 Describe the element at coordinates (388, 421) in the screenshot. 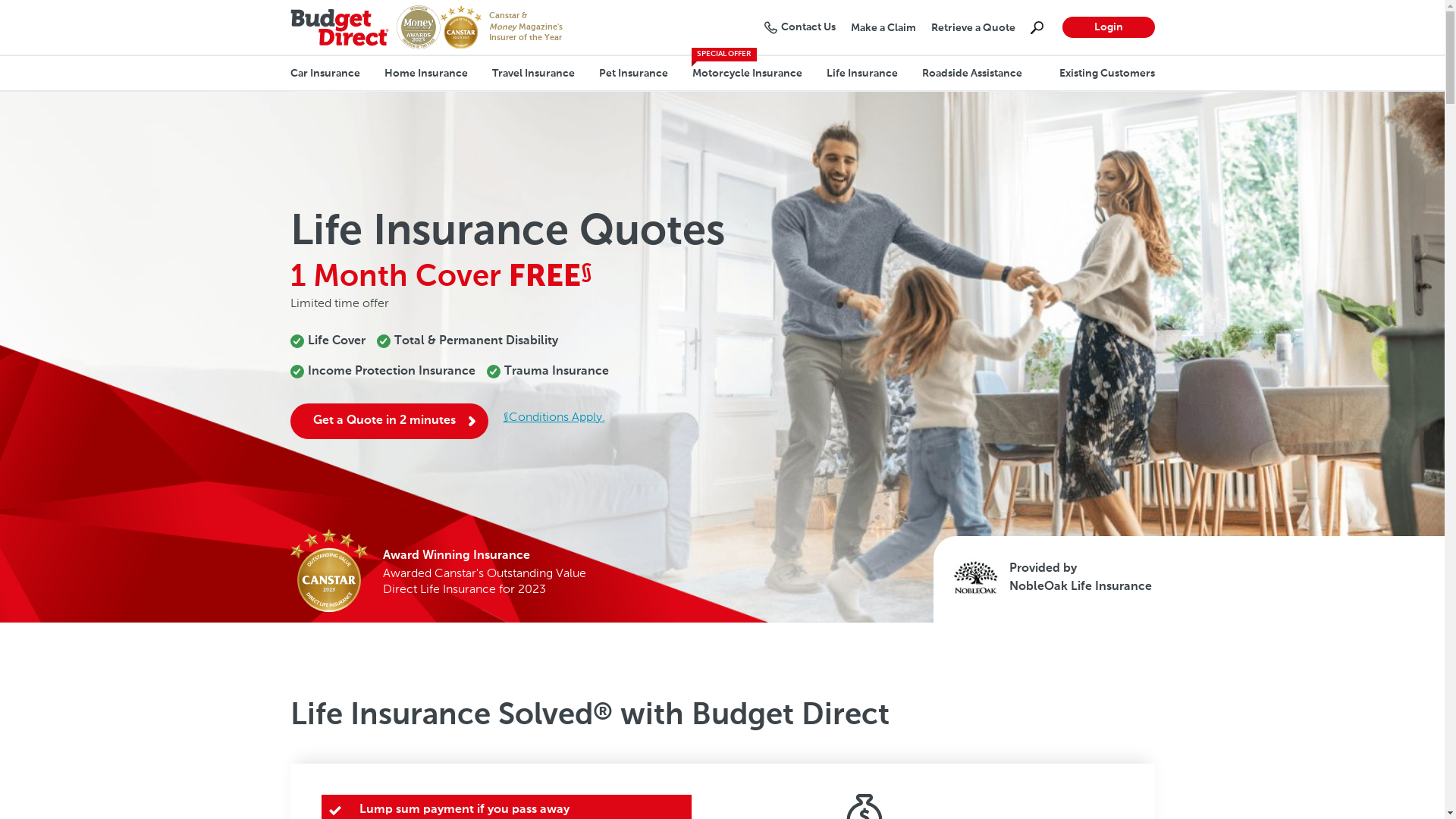

I see `'Get a Quote in 2 minutes'` at that location.